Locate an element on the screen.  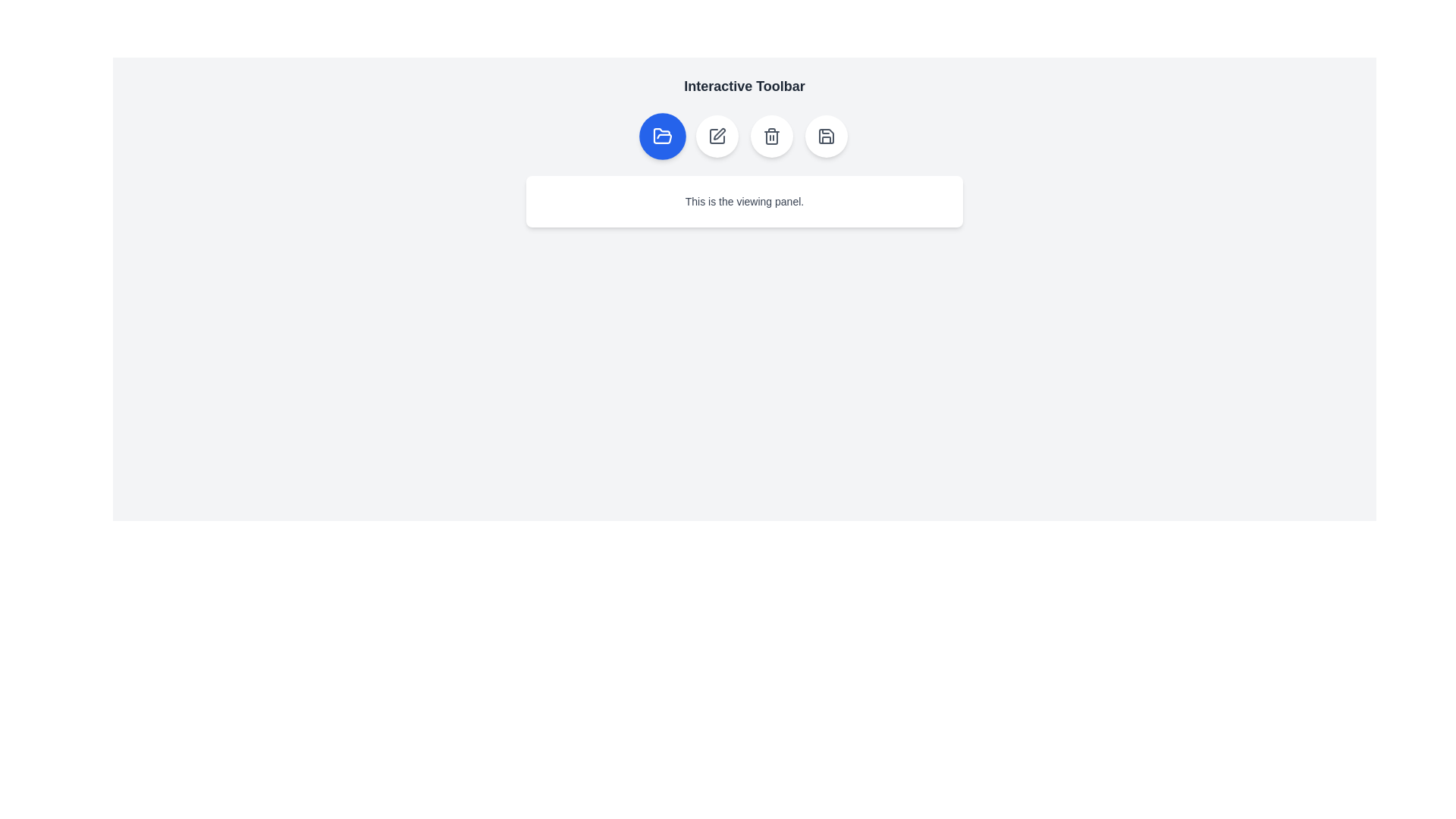
the folder icon located at the top-center of the application view, which serves as a button for file or folder management is located at coordinates (662, 135).